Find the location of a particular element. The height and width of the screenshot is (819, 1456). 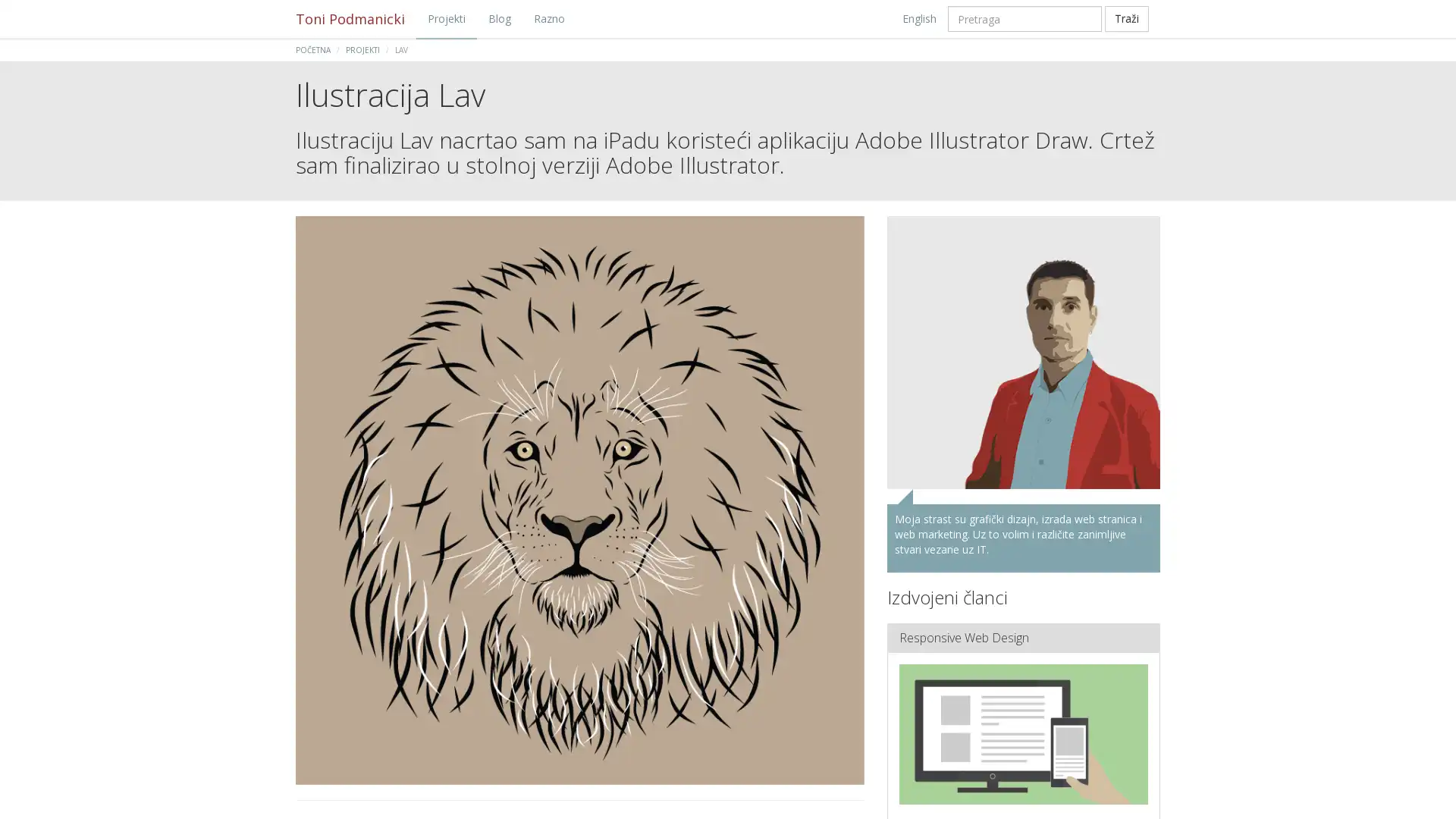

Trazi is located at coordinates (1127, 18).